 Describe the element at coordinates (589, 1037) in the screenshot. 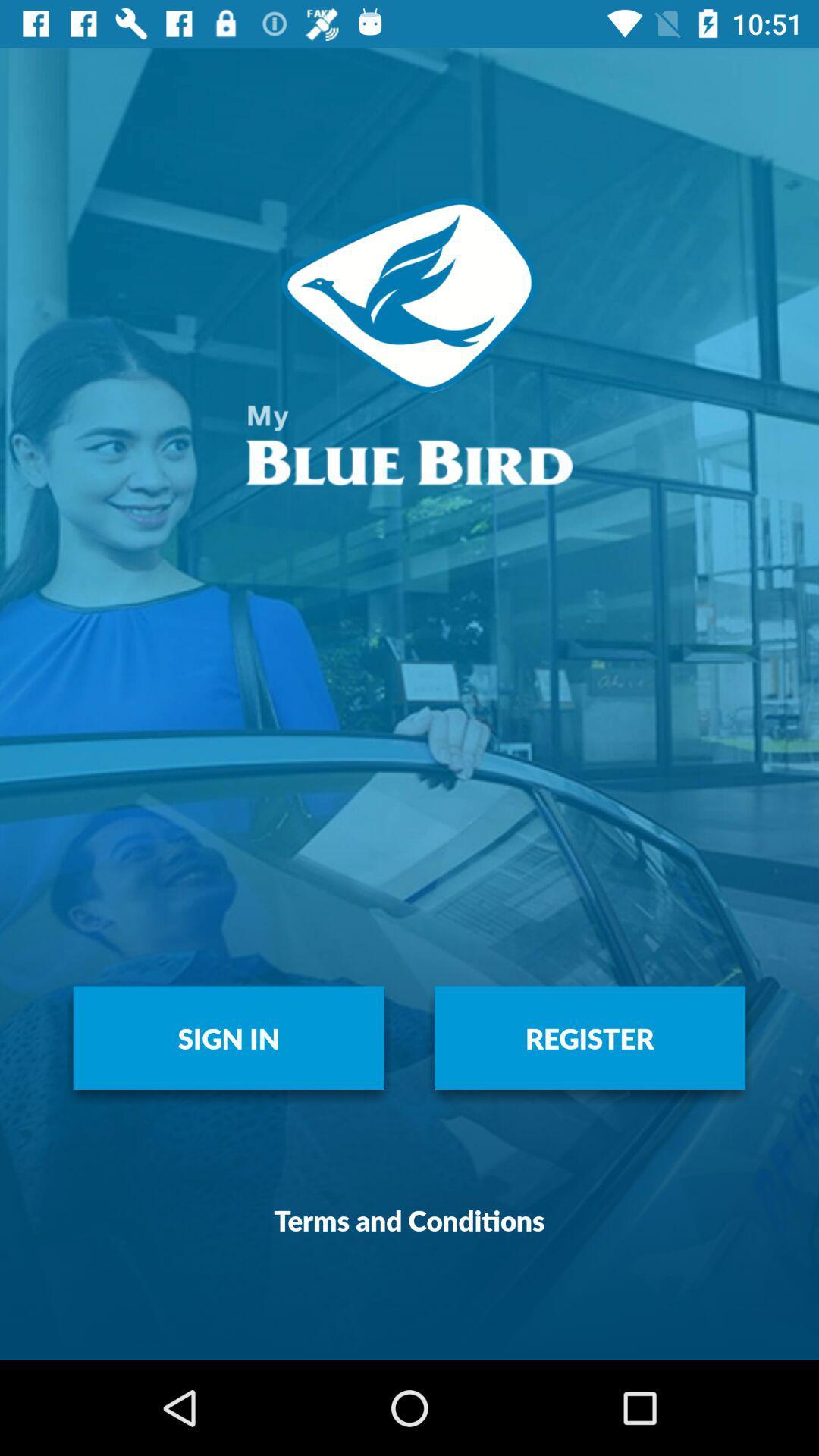

I see `the icon at the bottom right corner` at that location.